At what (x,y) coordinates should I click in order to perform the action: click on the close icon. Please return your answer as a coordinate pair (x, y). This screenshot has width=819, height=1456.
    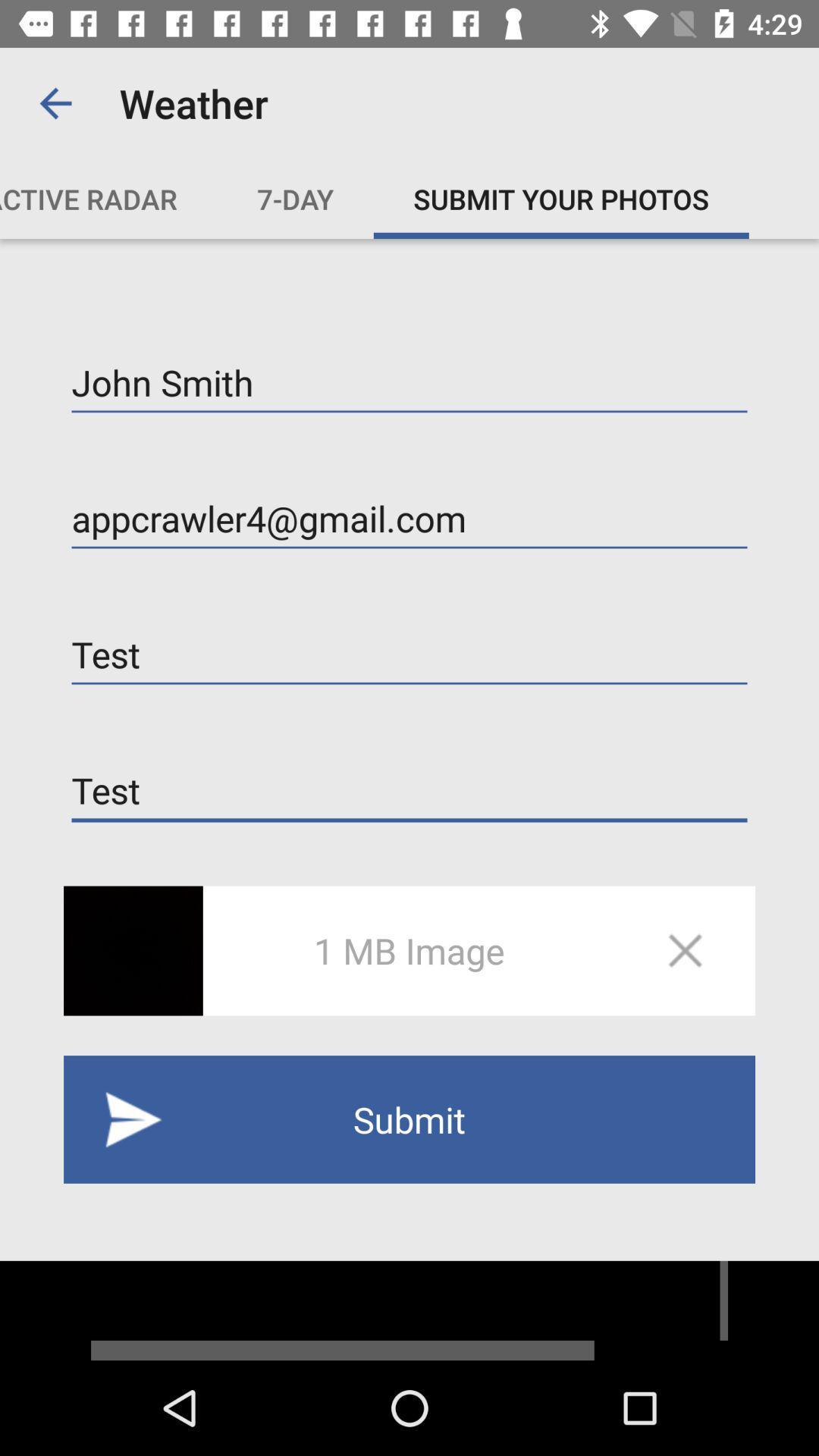
    Looking at the image, I should click on (686, 949).